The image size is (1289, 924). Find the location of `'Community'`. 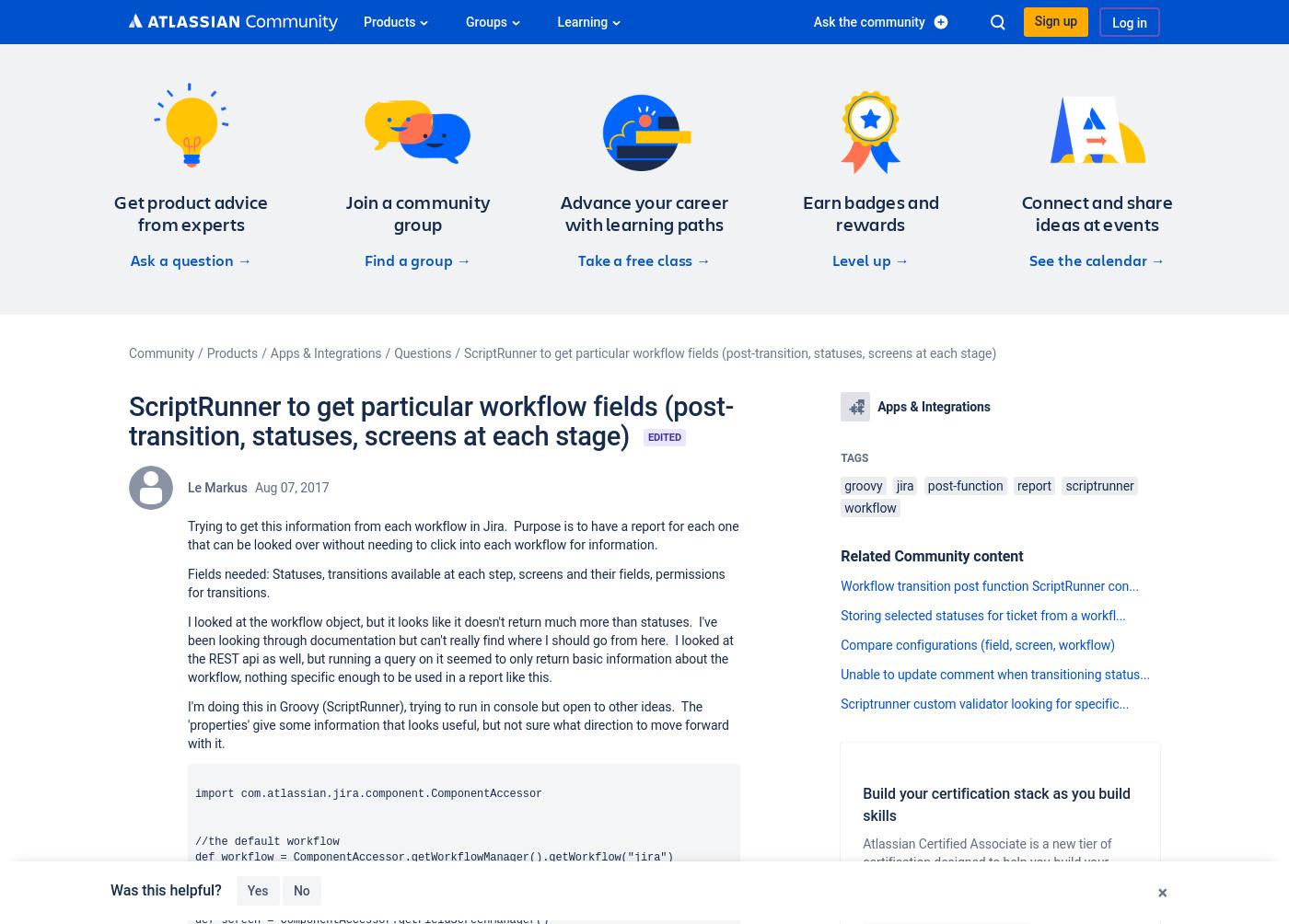

'Community' is located at coordinates (161, 352).